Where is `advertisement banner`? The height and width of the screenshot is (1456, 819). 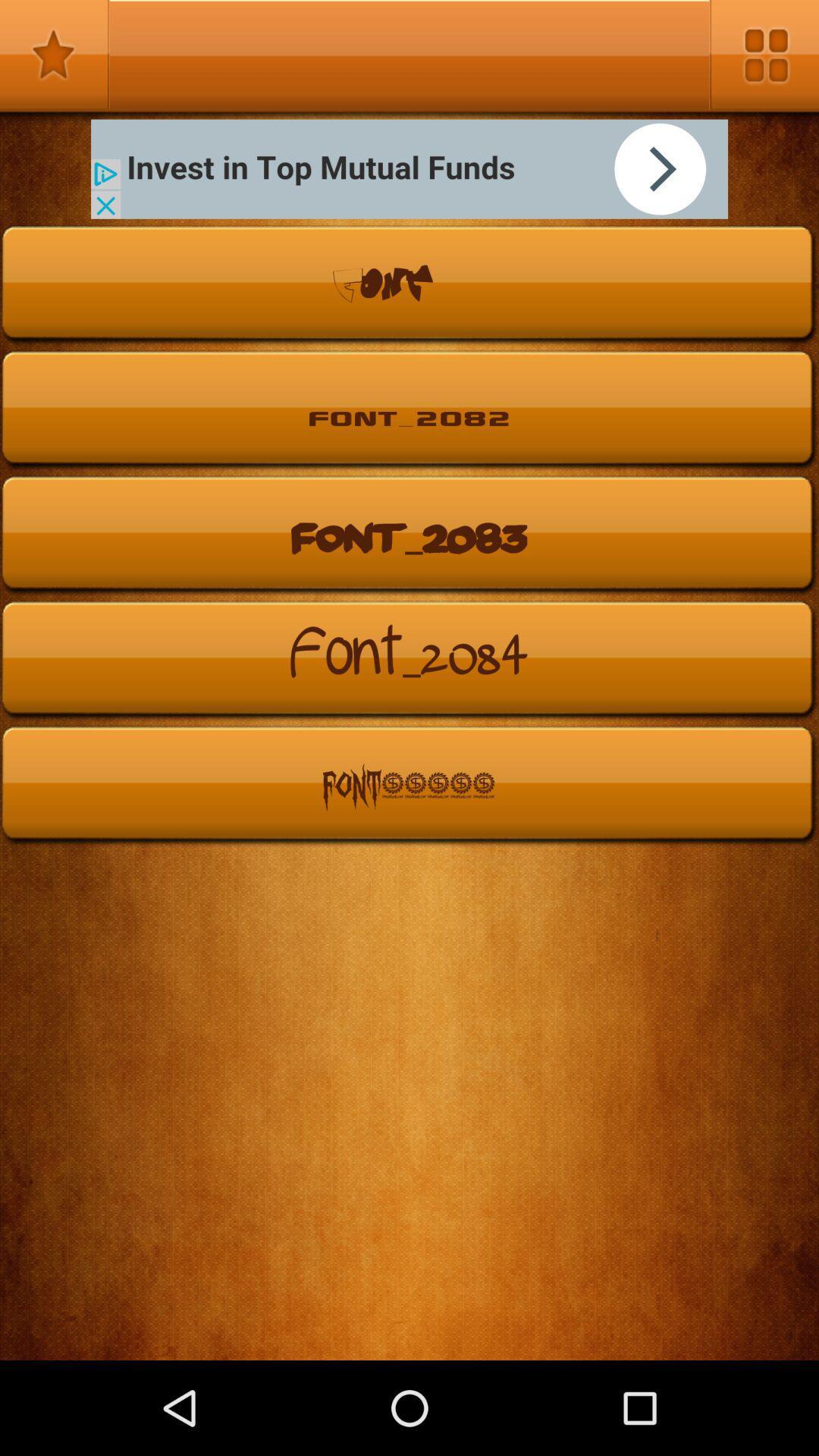
advertisement banner is located at coordinates (409, 169).